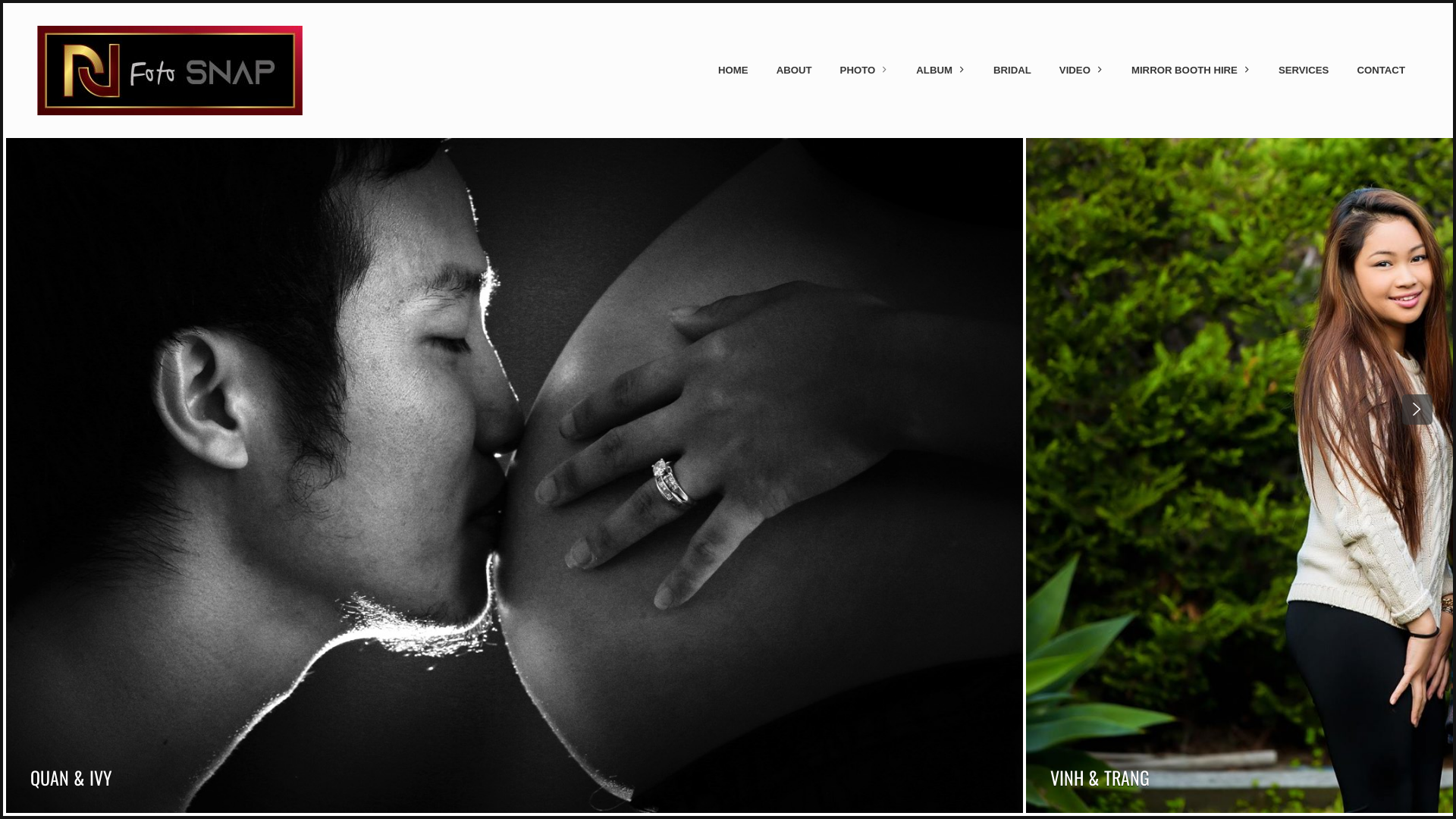 The width and height of the screenshot is (1456, 819). What do you see at coordinates (792, 70) in the screenshot?
I see `'ABOUT'` at bounding box center [792, 70].